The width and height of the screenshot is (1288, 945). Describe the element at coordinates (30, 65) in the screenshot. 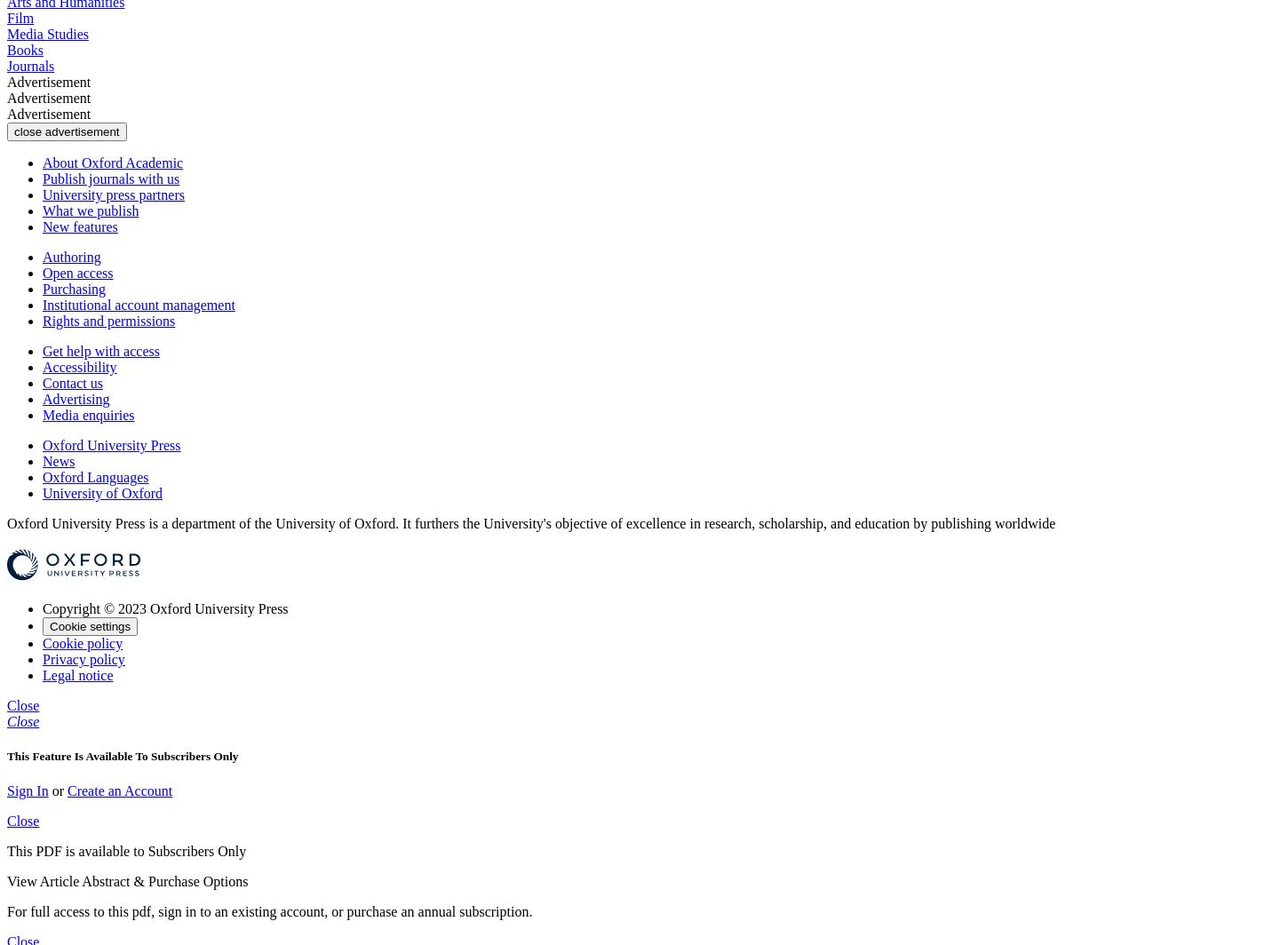

I see `'Journals'` at that location.